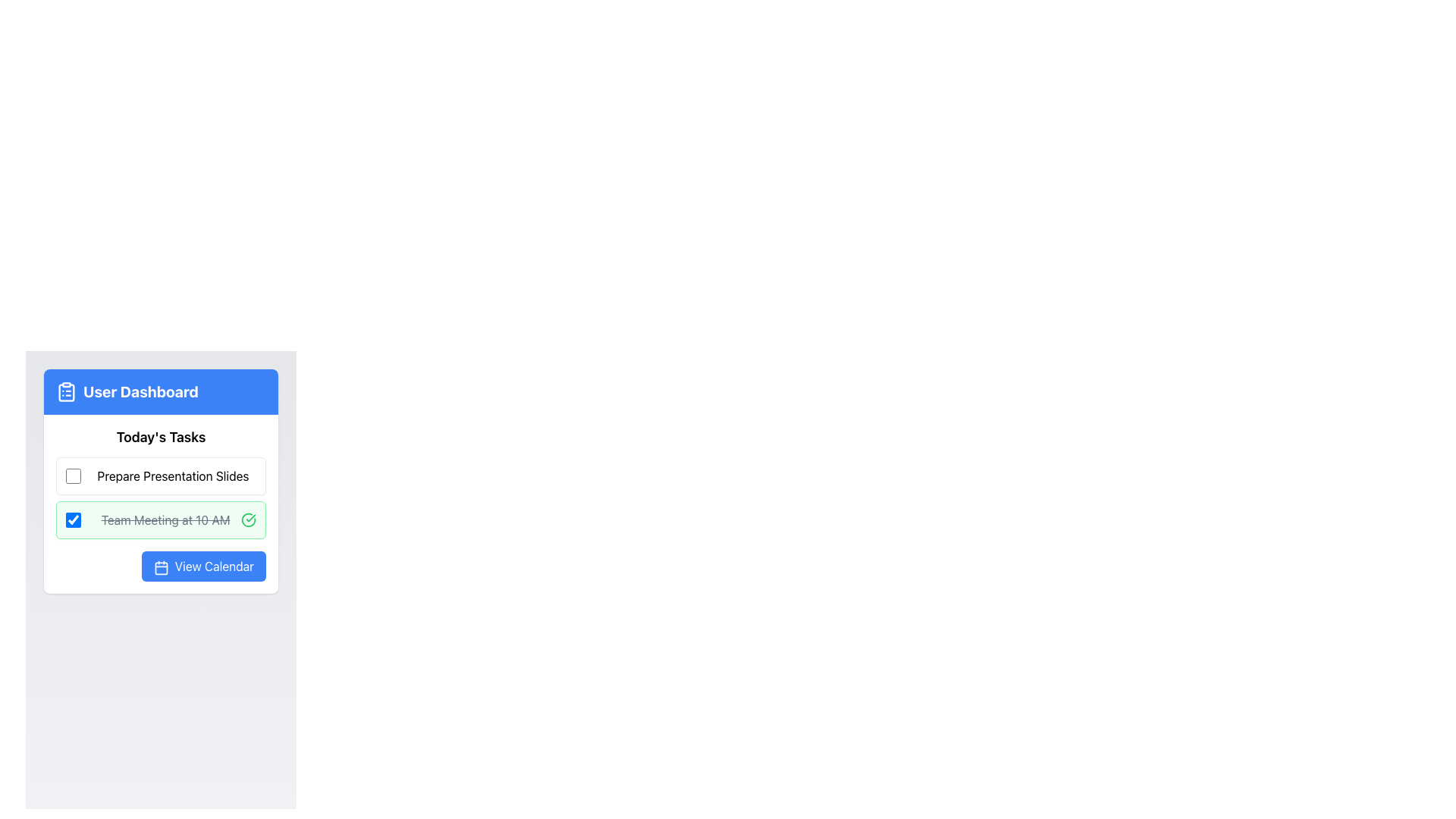 The height and width of the screenshot is (819, 1456). I want to click on the Text Label that serves as the header of the user interface section, located centrally in the blue rectangular section at the top of the card, following a clipboard icon, so click(140, 391).